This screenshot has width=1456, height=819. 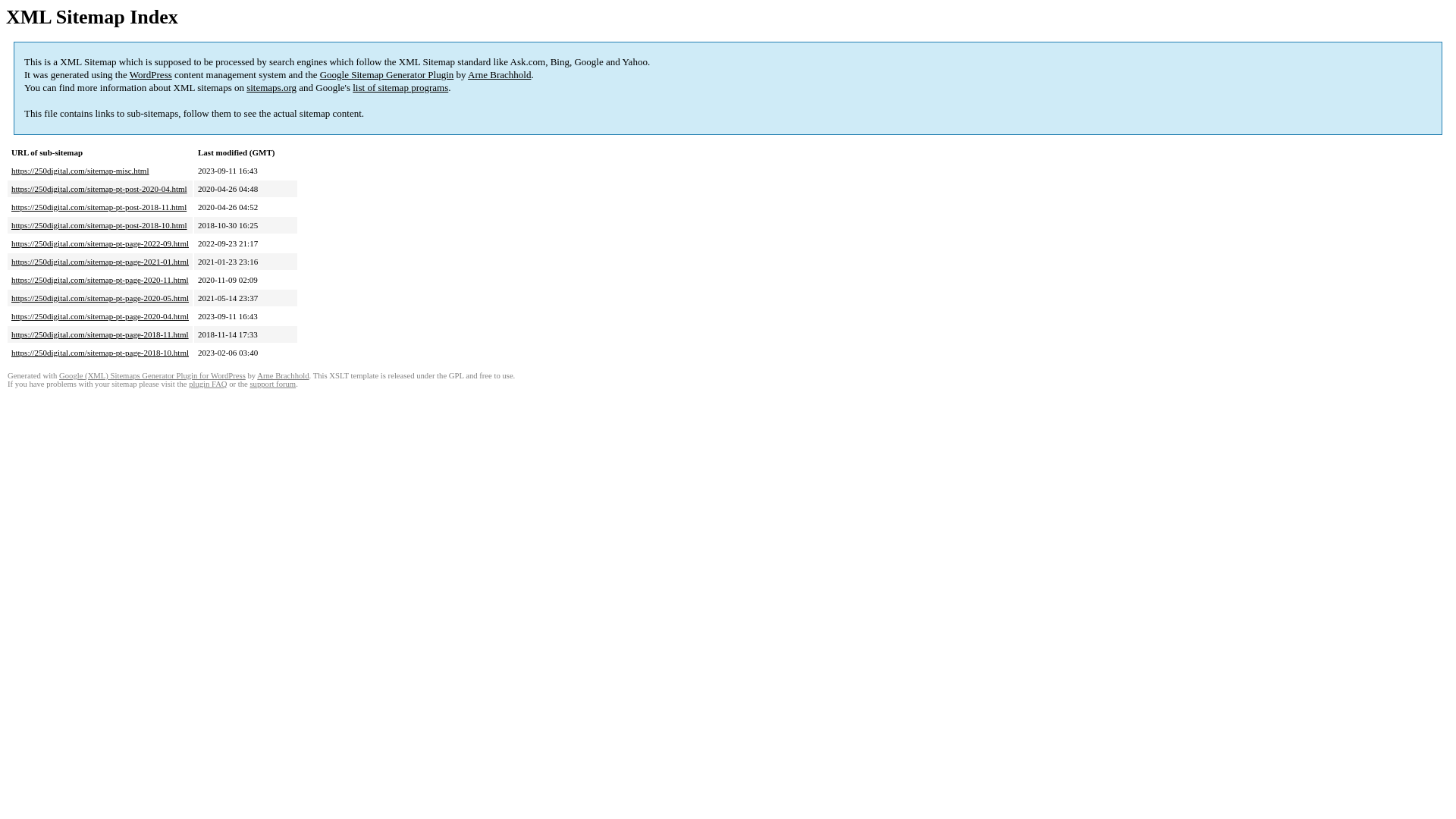 I want to click on 'sitemaps.org', so click(x=246, y=87).